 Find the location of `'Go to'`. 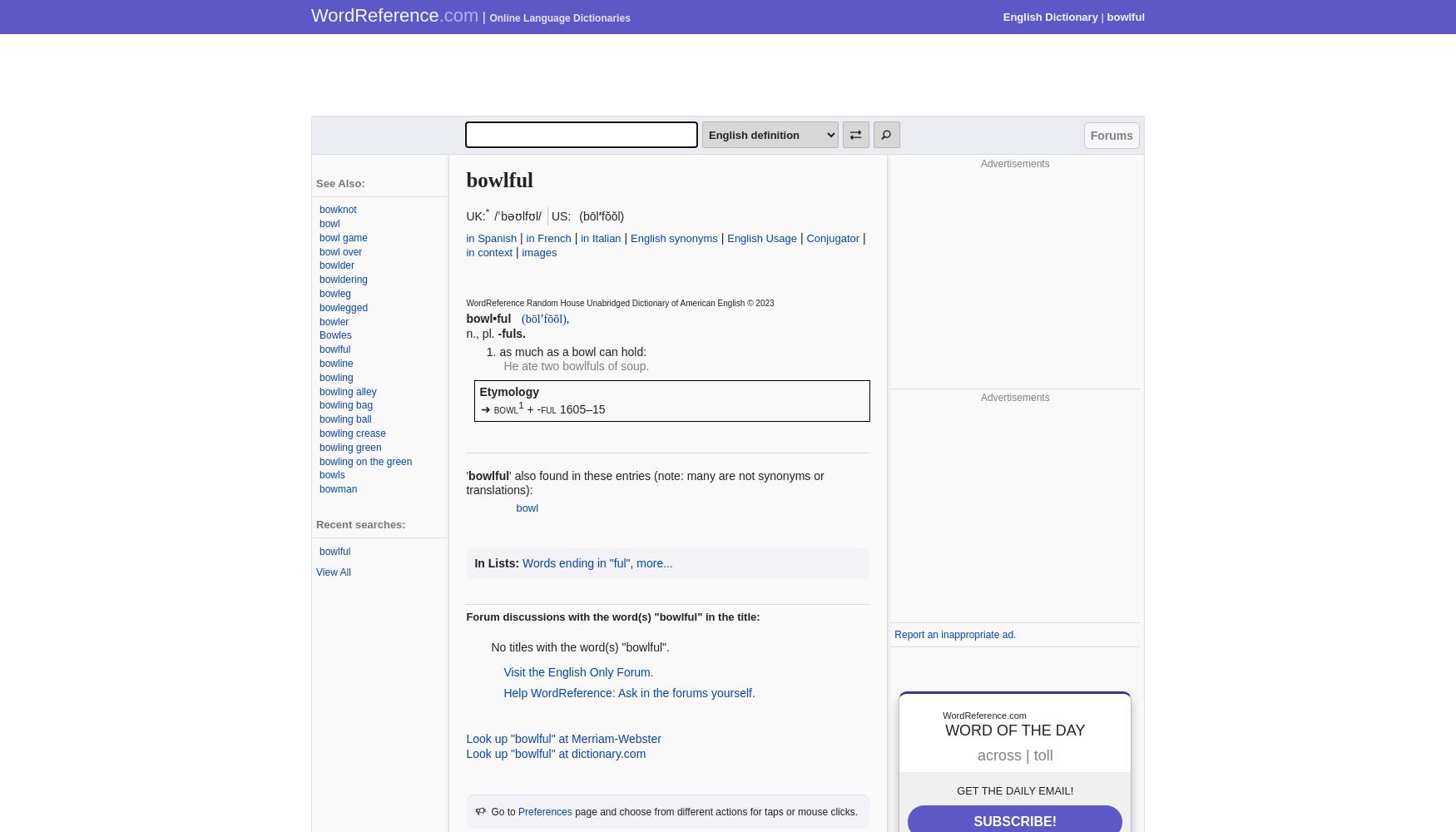

'Go to' is located at coordinates (504, 810).